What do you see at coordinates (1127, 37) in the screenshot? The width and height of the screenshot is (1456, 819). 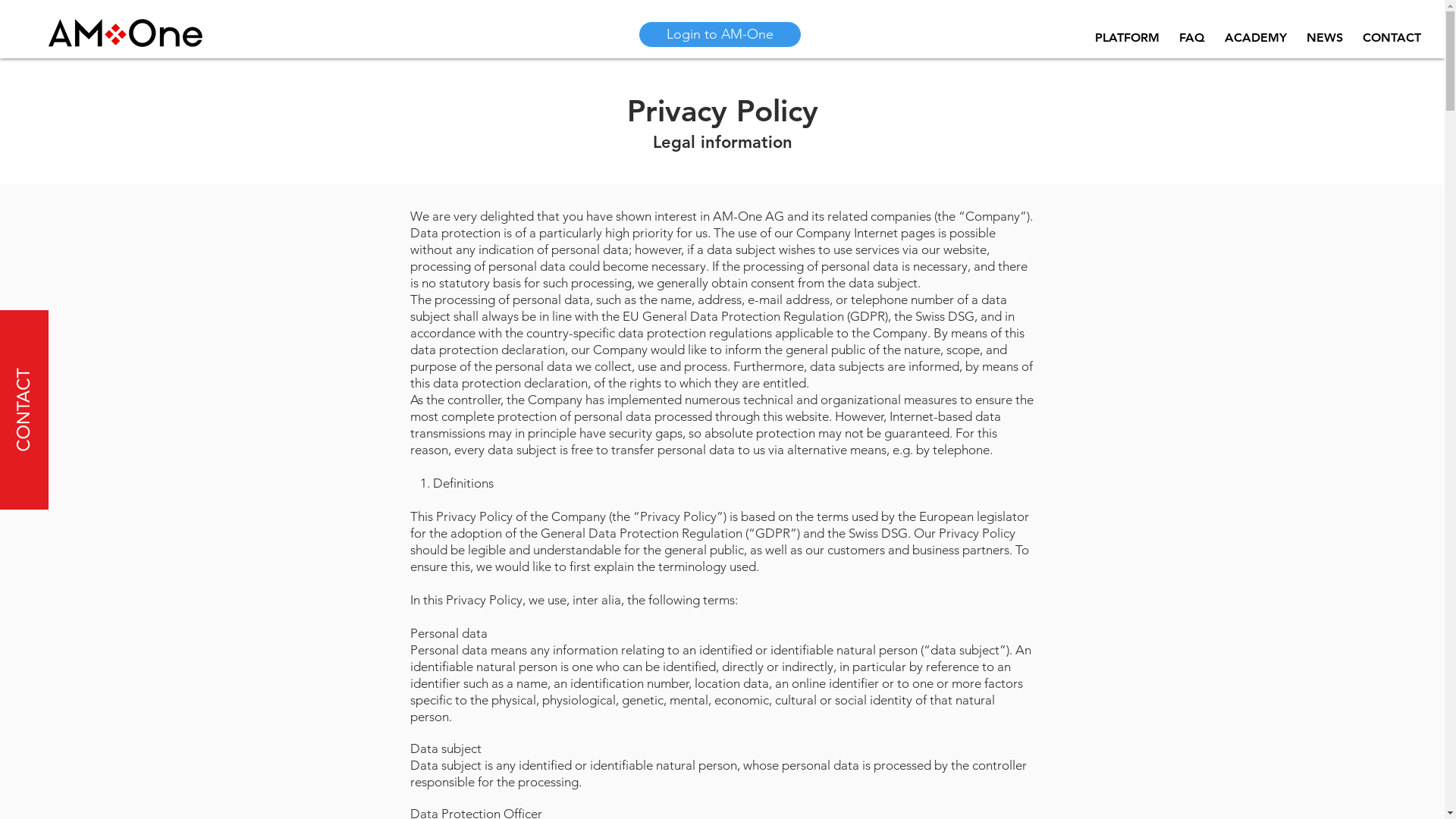 I see `'PLATFORM'` at bounding box center [1127, 37].